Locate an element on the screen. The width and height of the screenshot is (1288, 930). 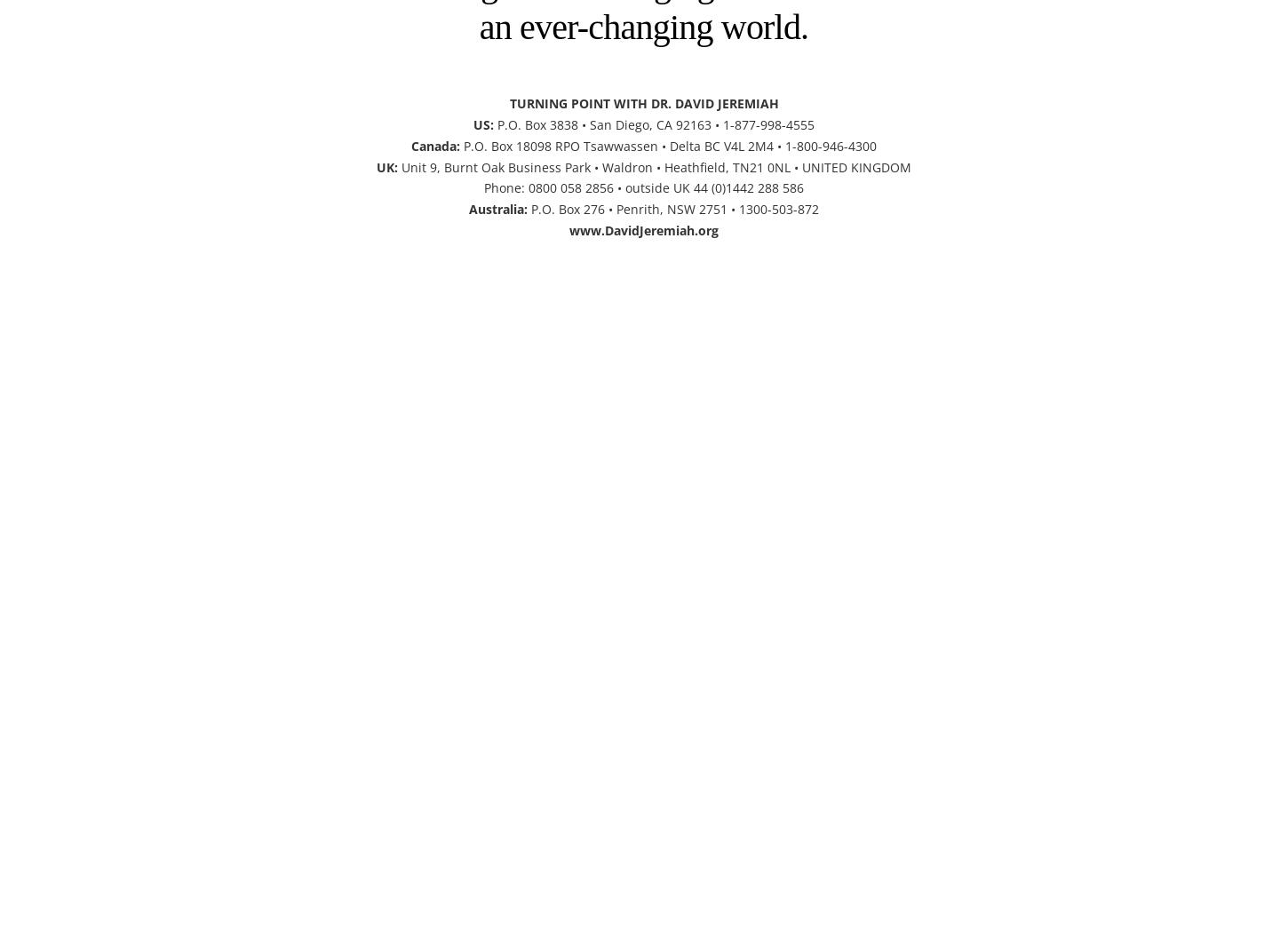
'Canada:' is located at coordinates (435, 145).